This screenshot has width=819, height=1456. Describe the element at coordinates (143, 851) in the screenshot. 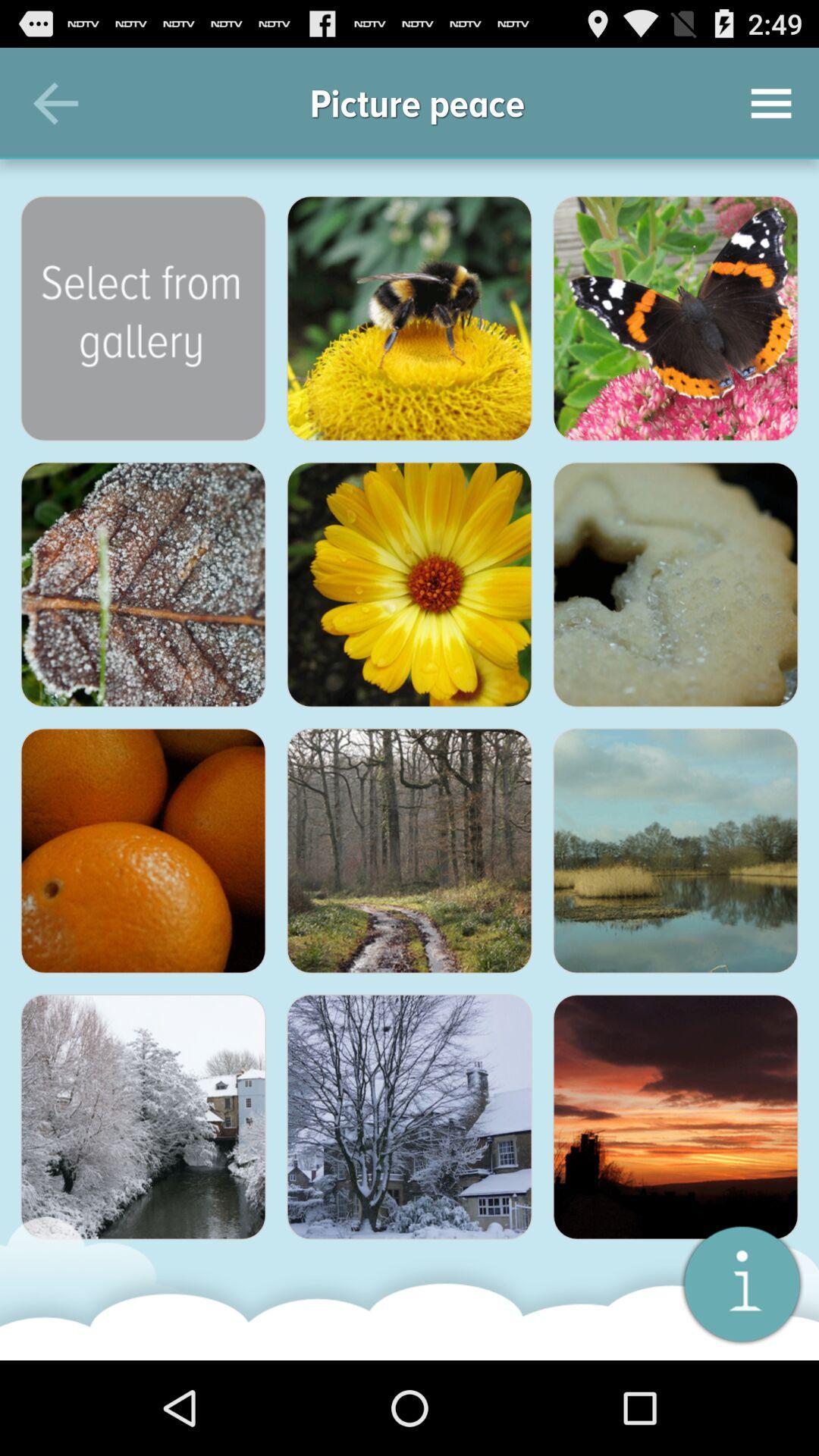

I see `loads photo` at that location.